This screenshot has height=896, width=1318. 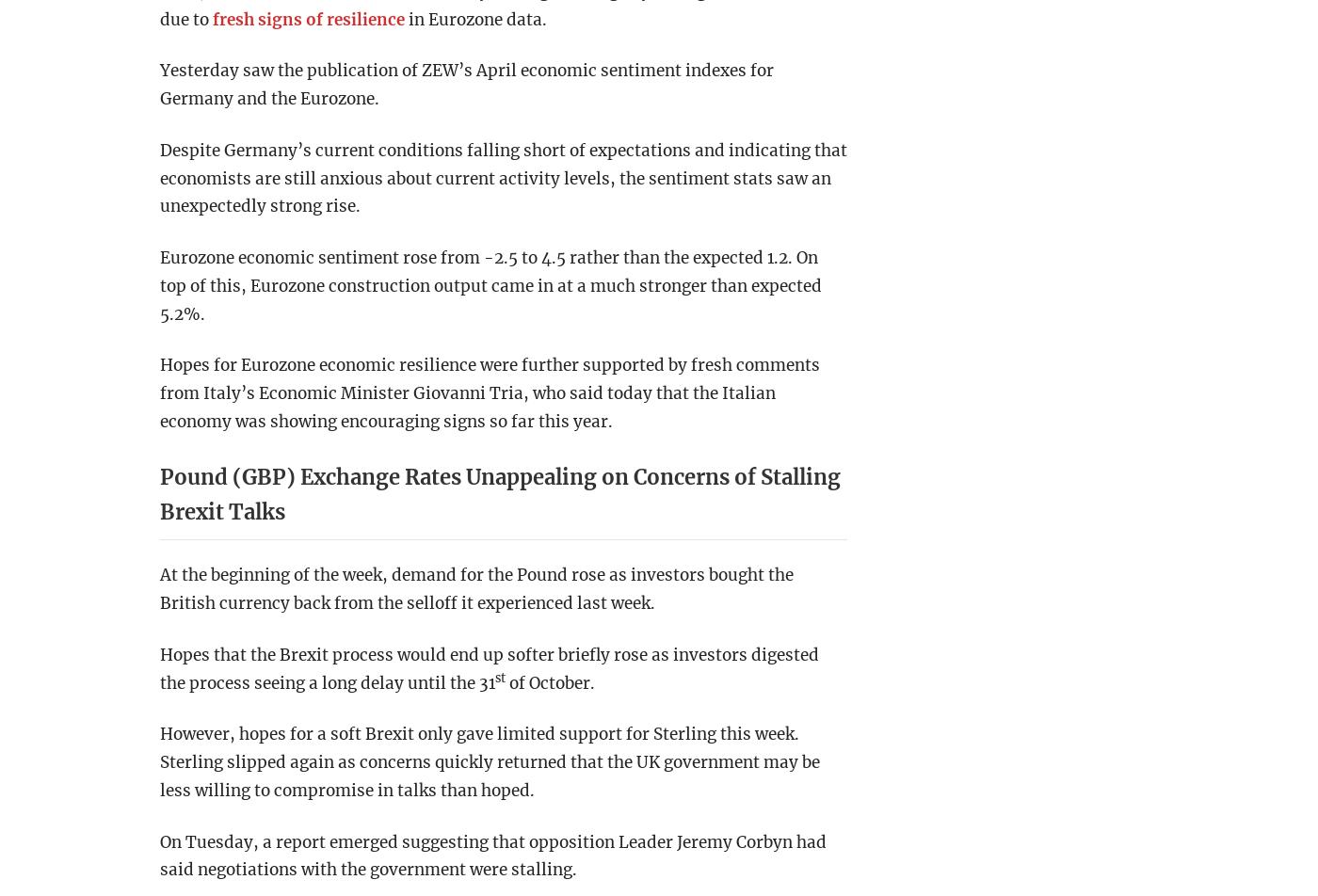 I want to click on 'in Eurozone data.', so click(x=475, y=18).